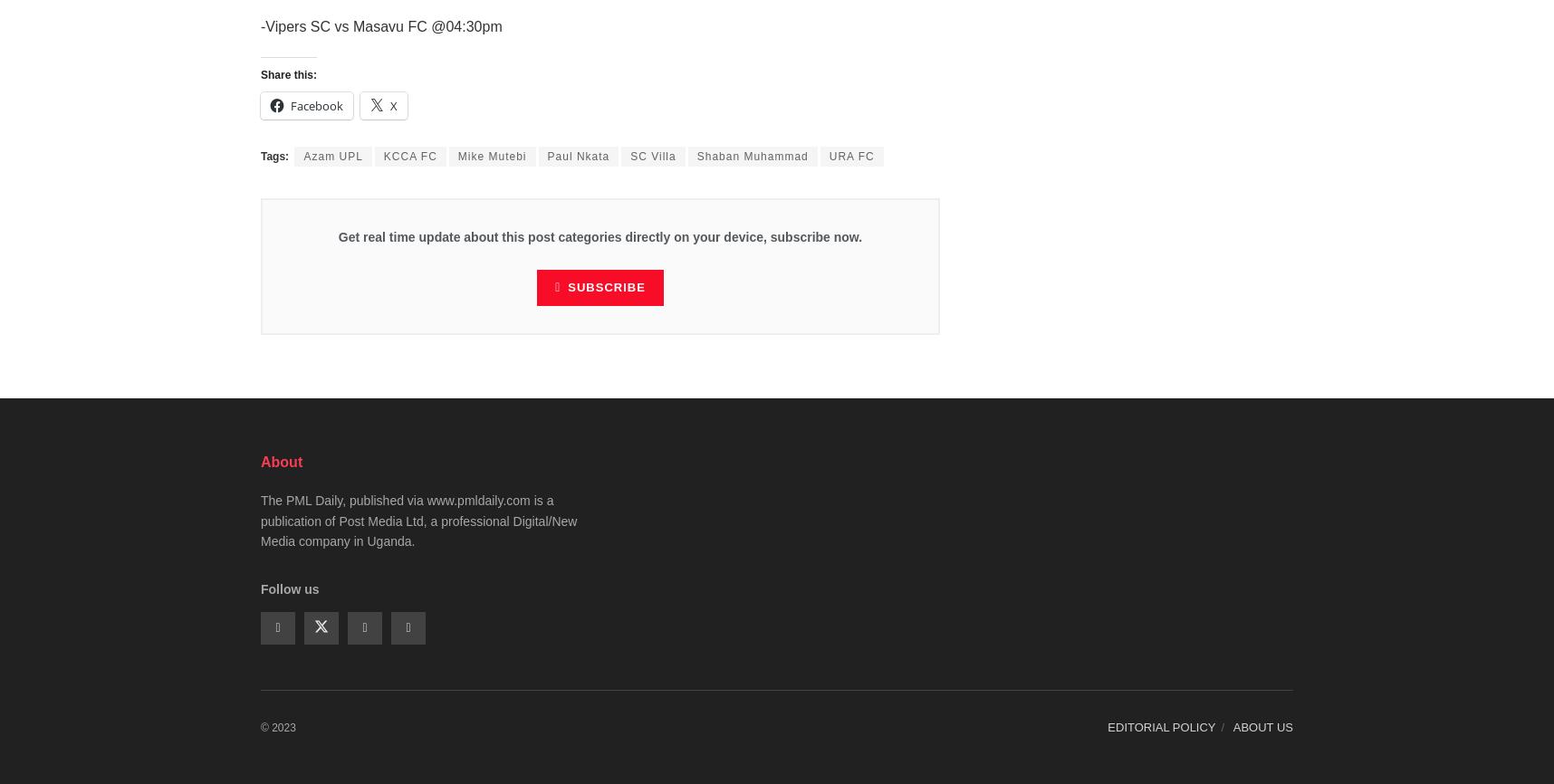 Image resolution: width=1554 pixels, height=784 pixels. I want to click on 'Mike Mutebi', so click(491, 157).